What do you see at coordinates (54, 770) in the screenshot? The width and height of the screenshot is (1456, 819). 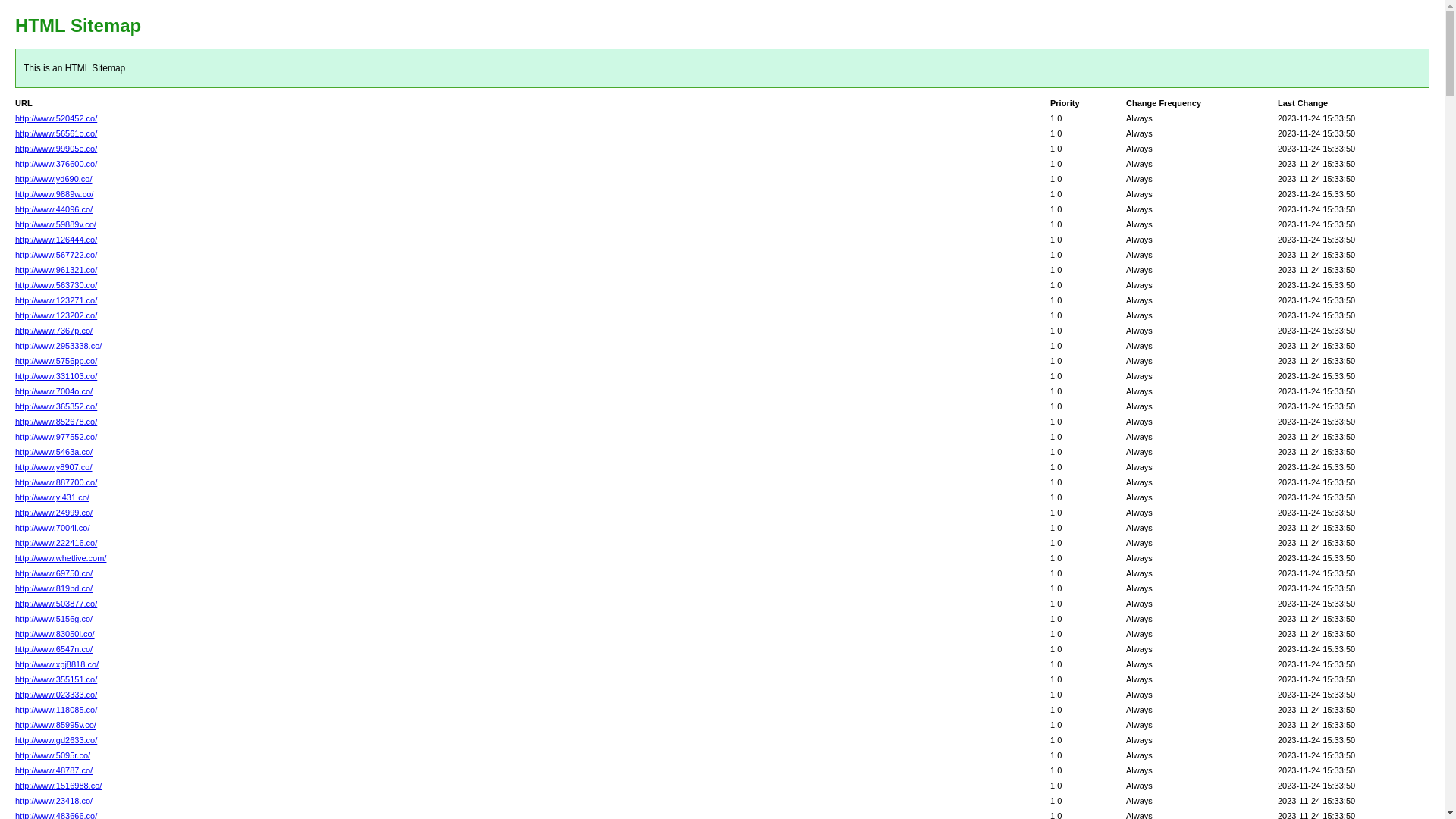 I see `'http://www.48787.co/'` at bounding box center [54, 770].